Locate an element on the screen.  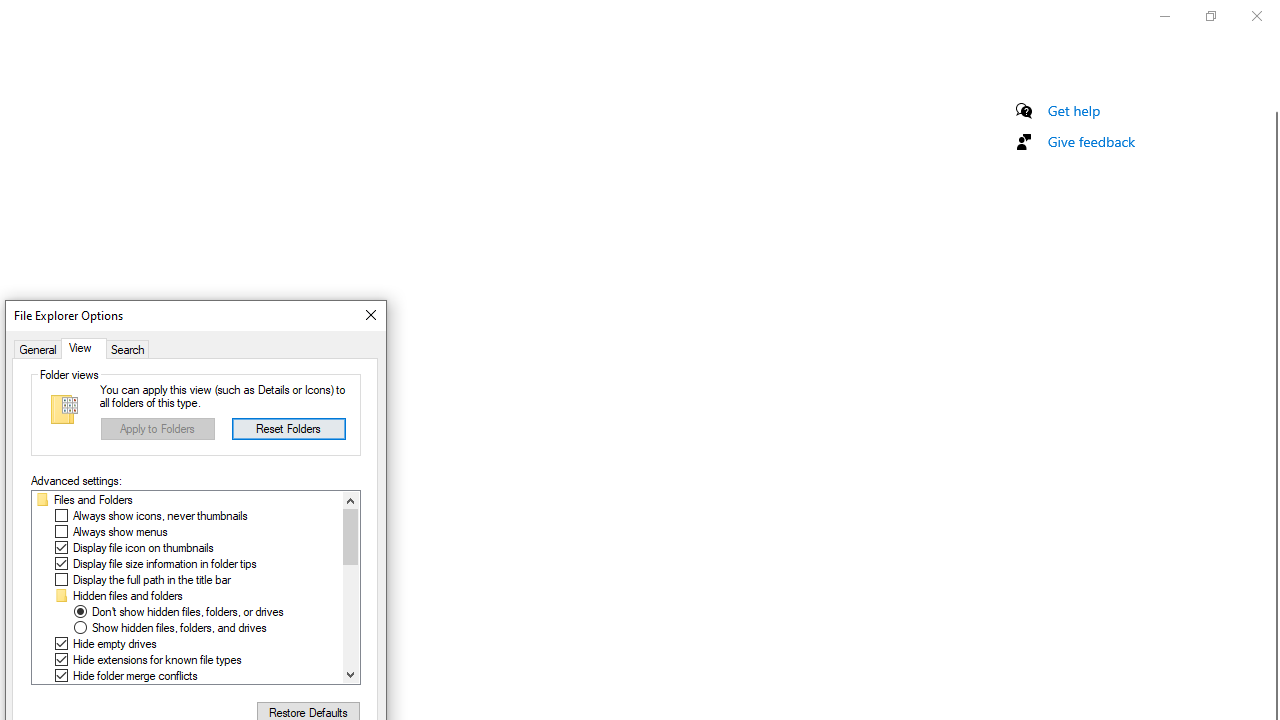
'Hide folder merge conflicts' is located at coordinates (134, 675).